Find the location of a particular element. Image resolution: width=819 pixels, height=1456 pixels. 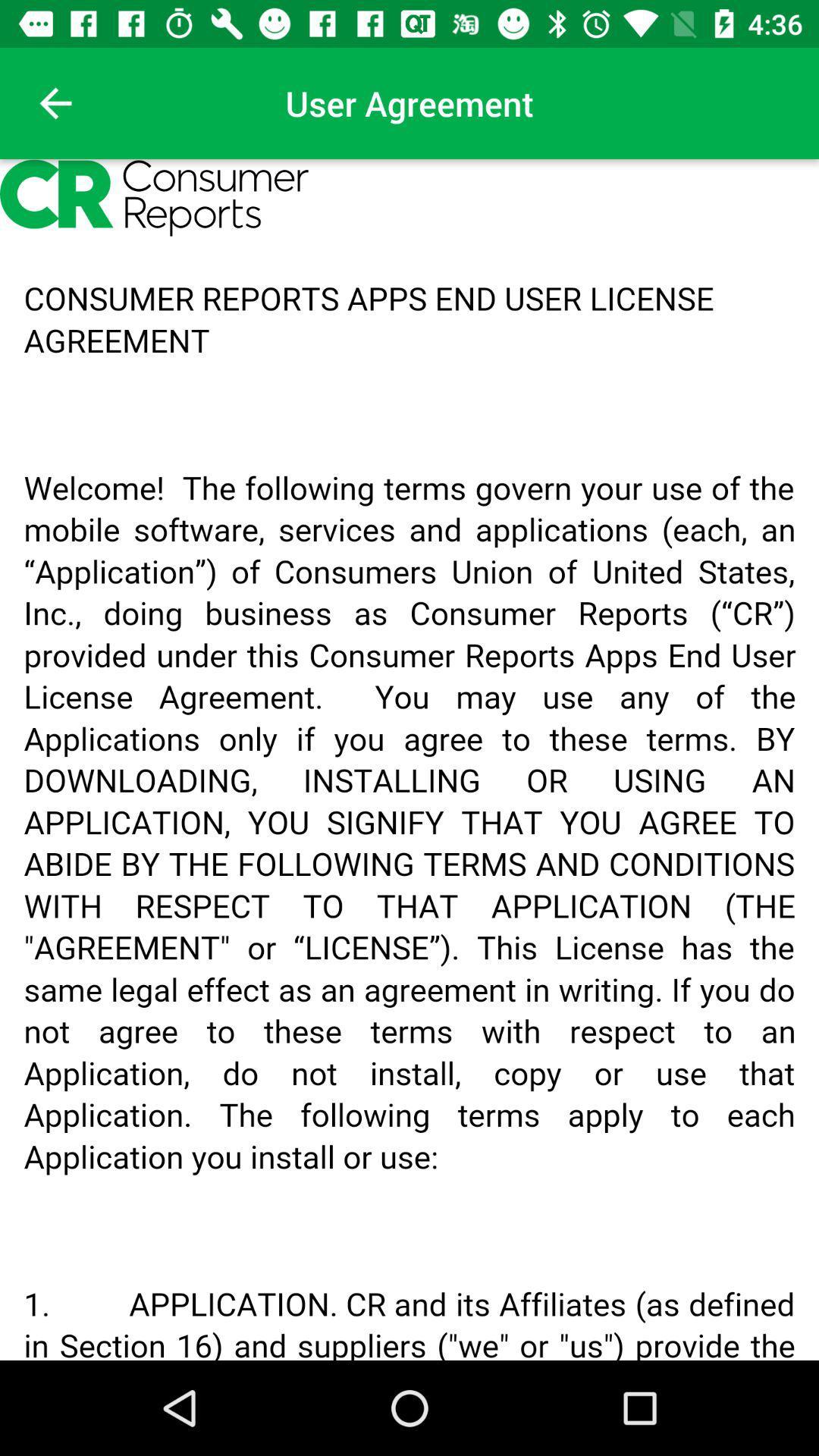

article area is located at coordinates (409, 760).